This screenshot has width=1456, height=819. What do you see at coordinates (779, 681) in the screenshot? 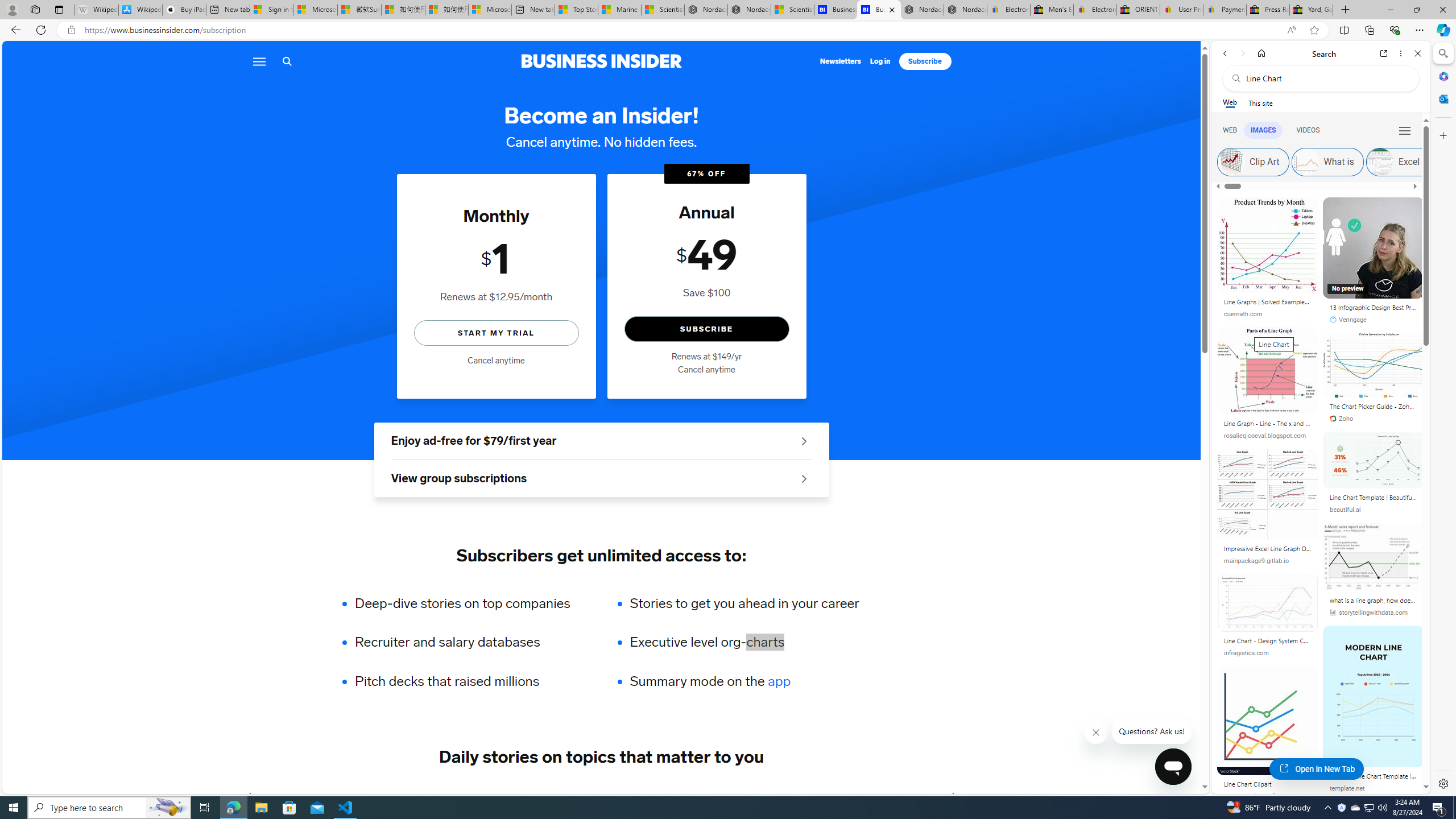
I see `'app'` at bounding box center [779, 681].